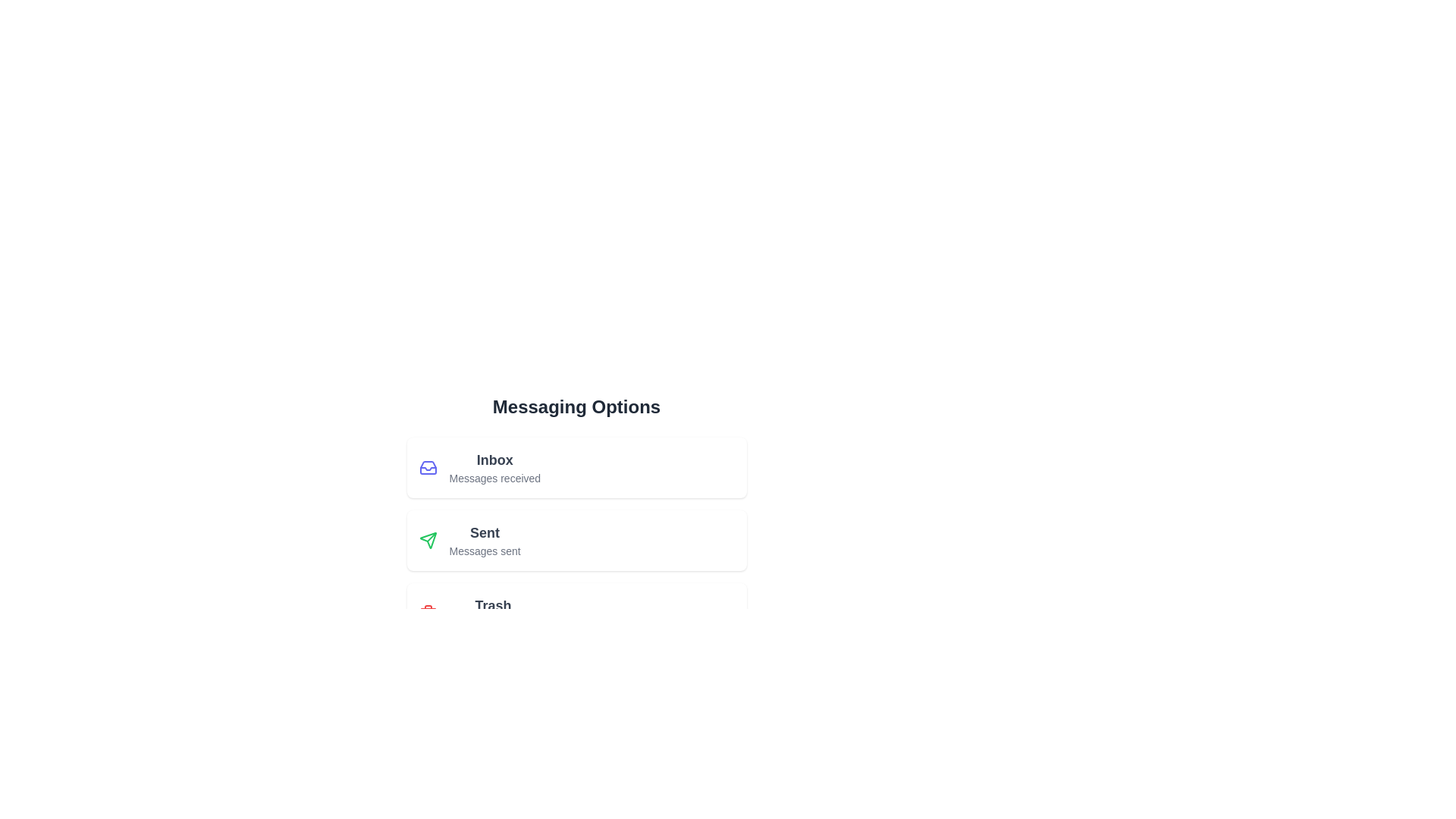 Image resolution: width=1456 pixels, height=819 pixels. I want to click on the menu item labeled Sent, so click(576, 540).